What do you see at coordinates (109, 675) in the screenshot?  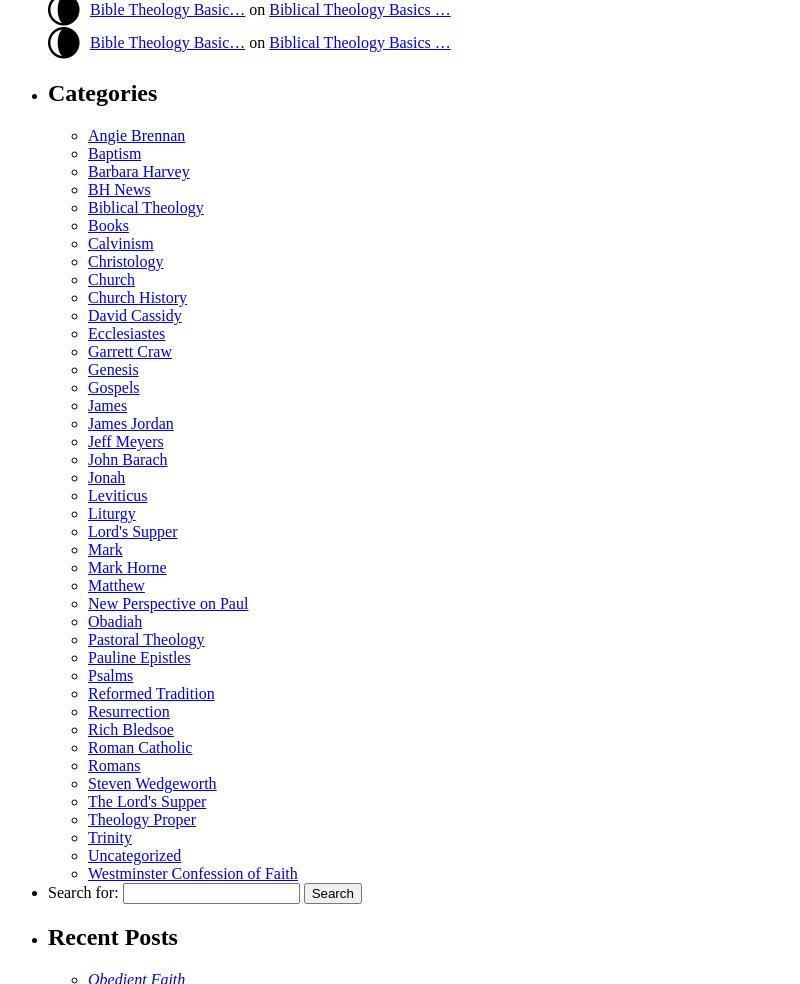 I see `'Psalms'` at bounding box center [109, 675].